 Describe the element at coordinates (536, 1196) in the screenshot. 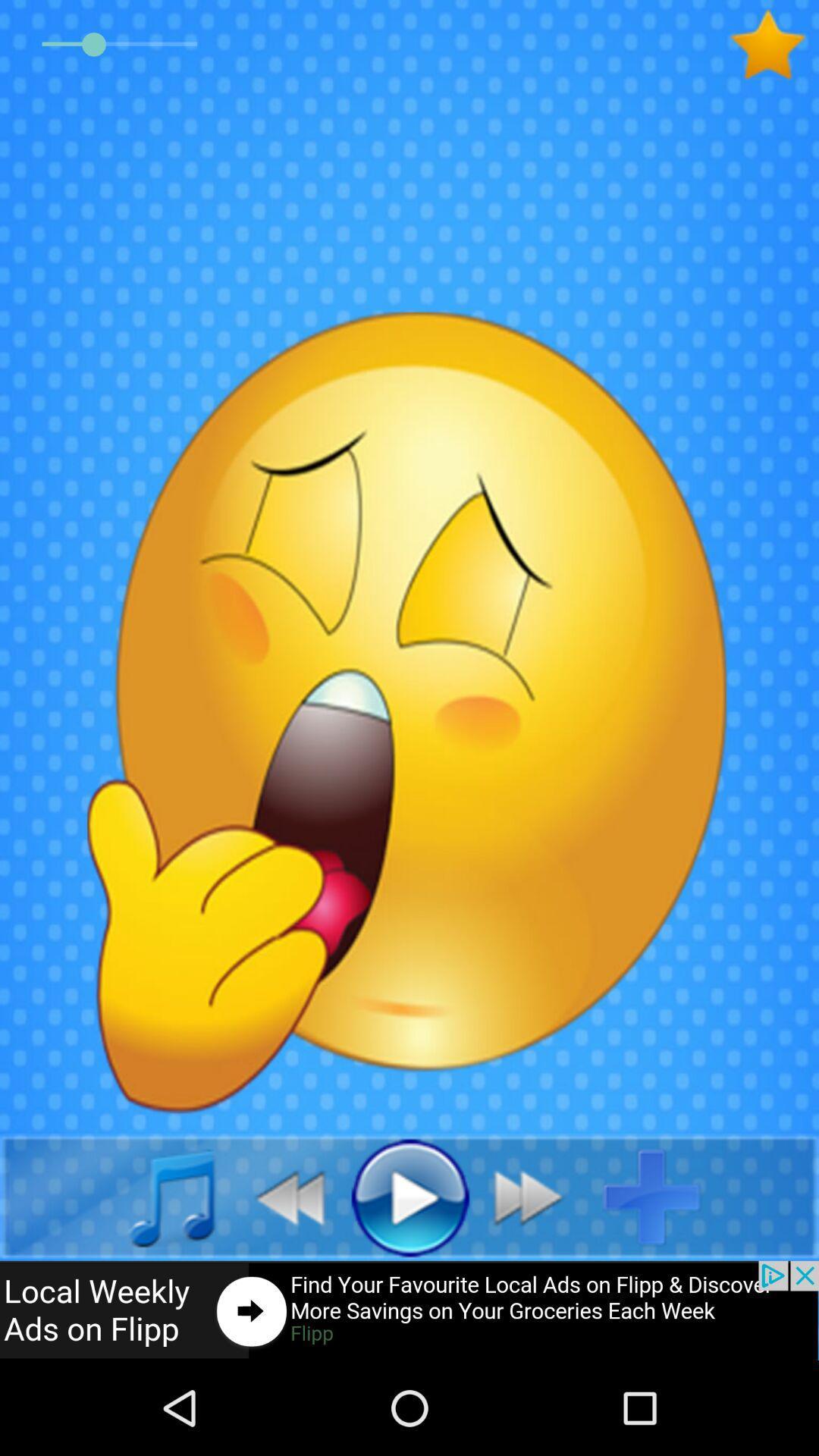

I see `go forward` at that location.